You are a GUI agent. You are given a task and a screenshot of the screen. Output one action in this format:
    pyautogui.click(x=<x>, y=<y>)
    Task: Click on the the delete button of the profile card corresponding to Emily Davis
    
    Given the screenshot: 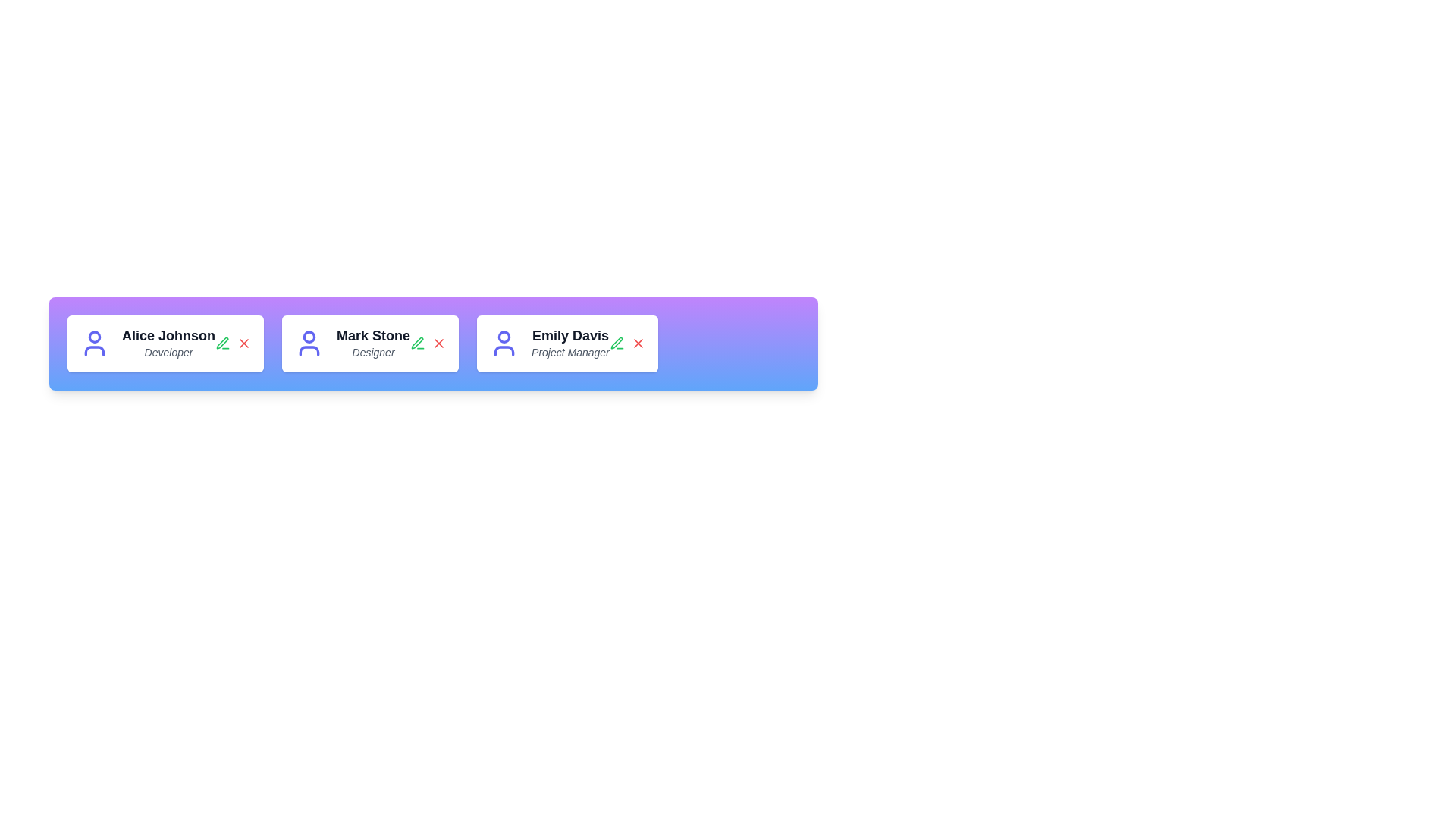 What is the action you would take?
    pyautogui.click(x=638, y=344)
    